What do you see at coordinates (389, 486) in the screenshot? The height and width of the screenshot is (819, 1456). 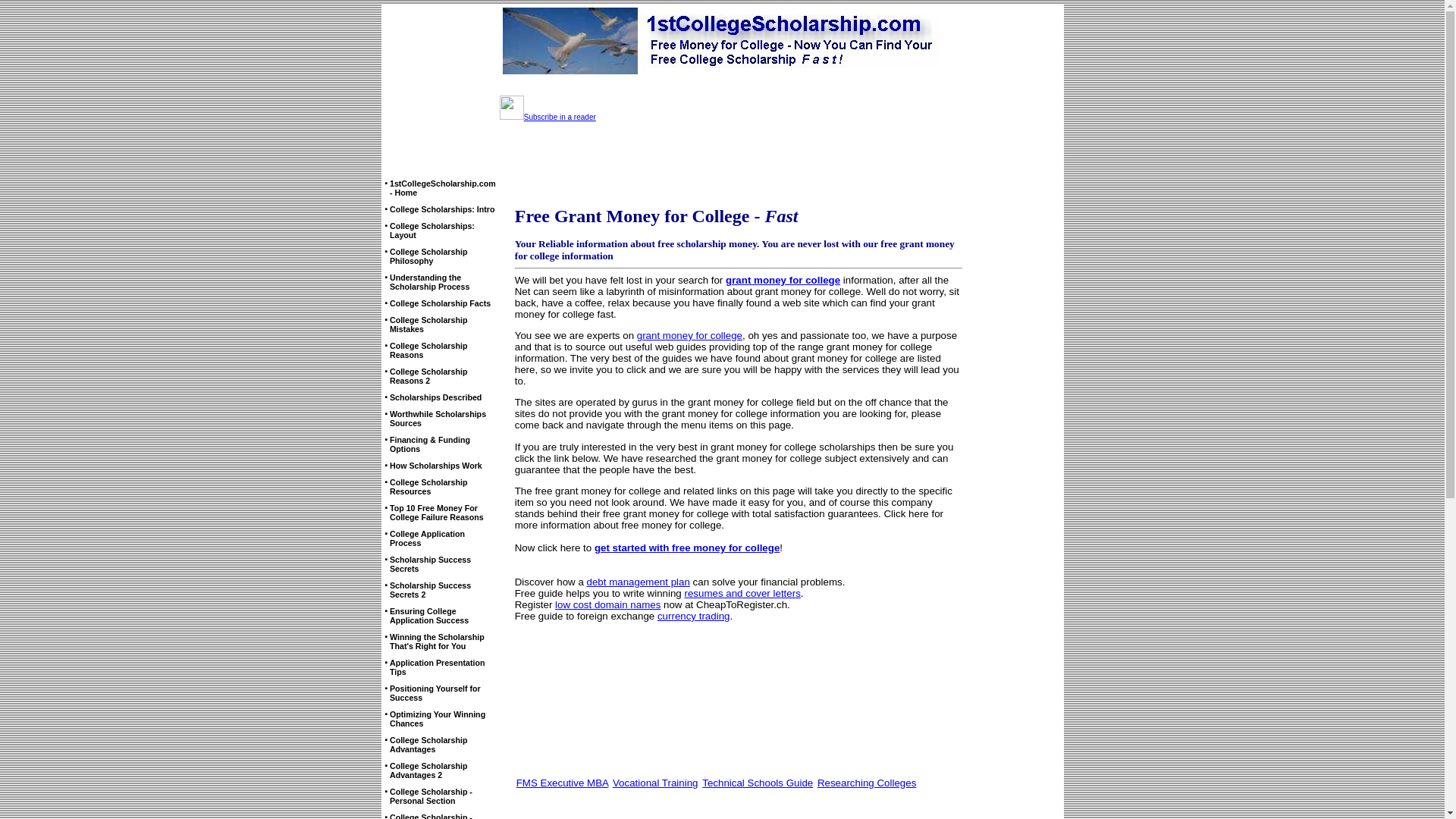 I see `'College Scholarship Resources'` at bounding box center [389, 486].